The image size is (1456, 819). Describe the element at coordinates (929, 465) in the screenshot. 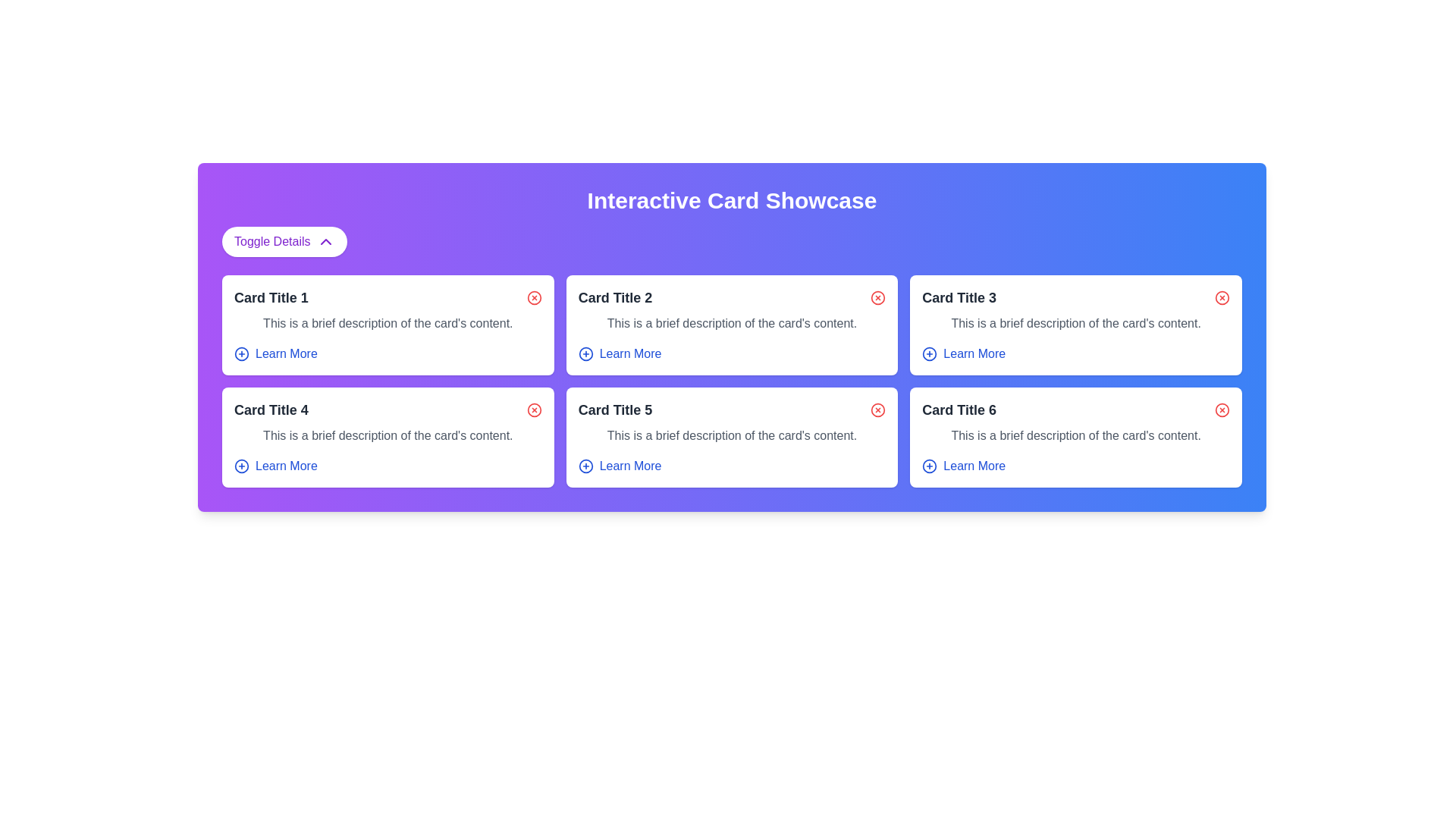

I see `the icon located in the 'Learn More' section of 'Card Title 6'` at that location.